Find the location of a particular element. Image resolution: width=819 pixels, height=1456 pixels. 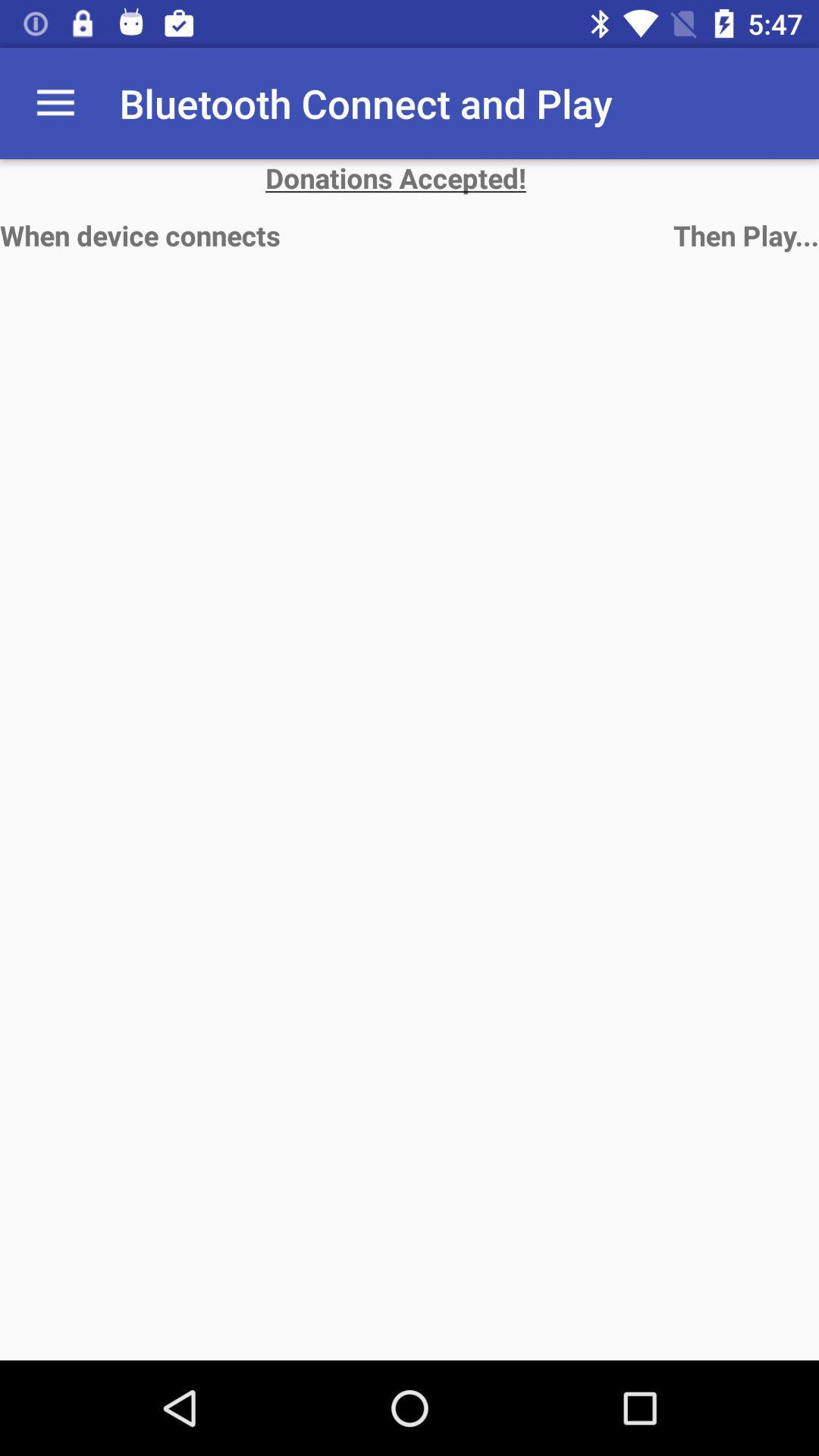

app below the bluetooth connect and icon is located at coordinates (409, 177).